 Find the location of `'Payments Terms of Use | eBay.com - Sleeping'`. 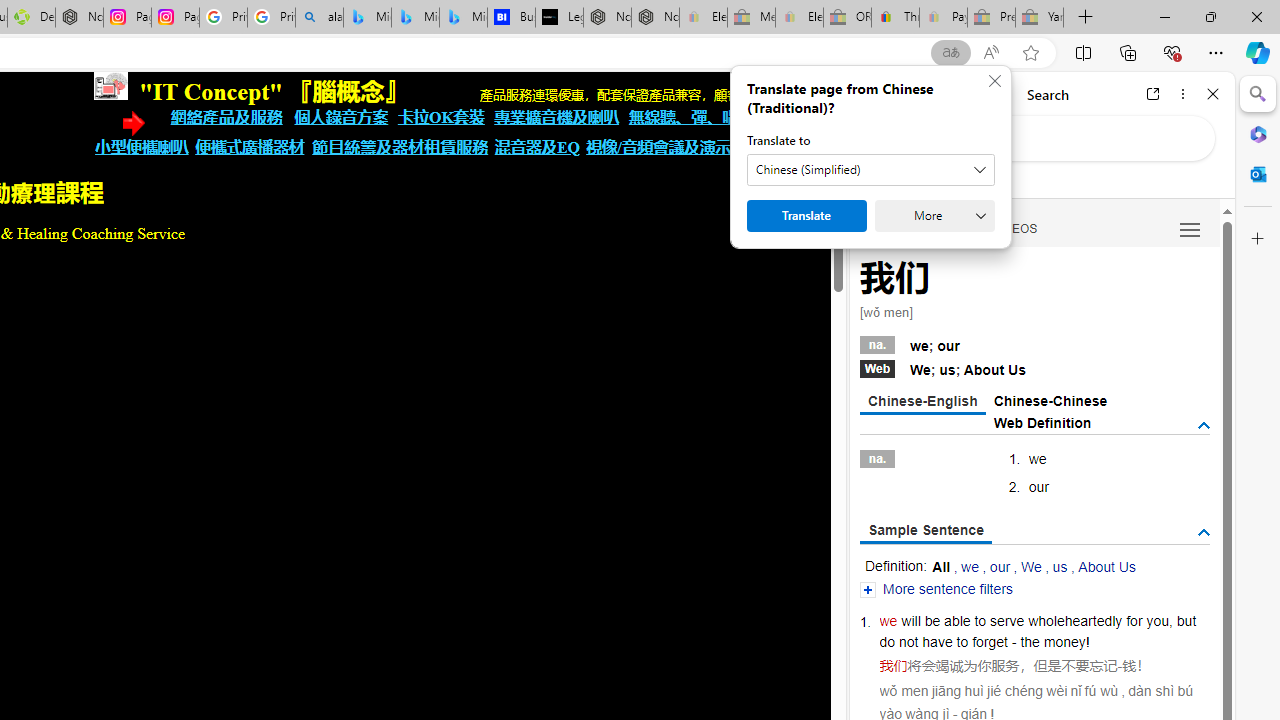

'Payments Terms of Use | eBay.com - Sleeping' is located at coordinates (942, 17).